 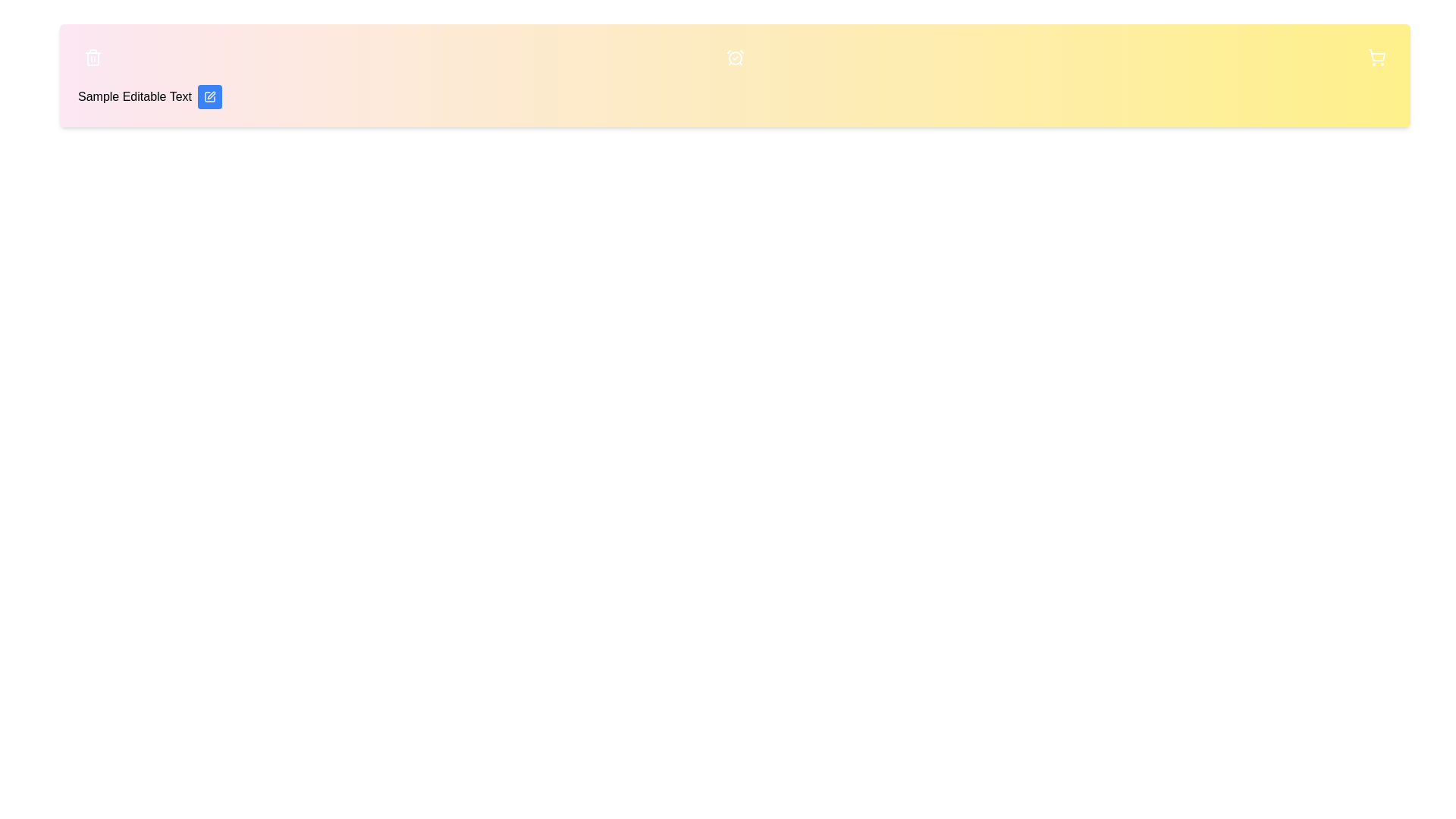 I want to click on the edit button, which is represented by an icon inside a blue button with rounded corners, located to the right of 'Sample Editable Text' in the header bar, so click(x=209, y=96).